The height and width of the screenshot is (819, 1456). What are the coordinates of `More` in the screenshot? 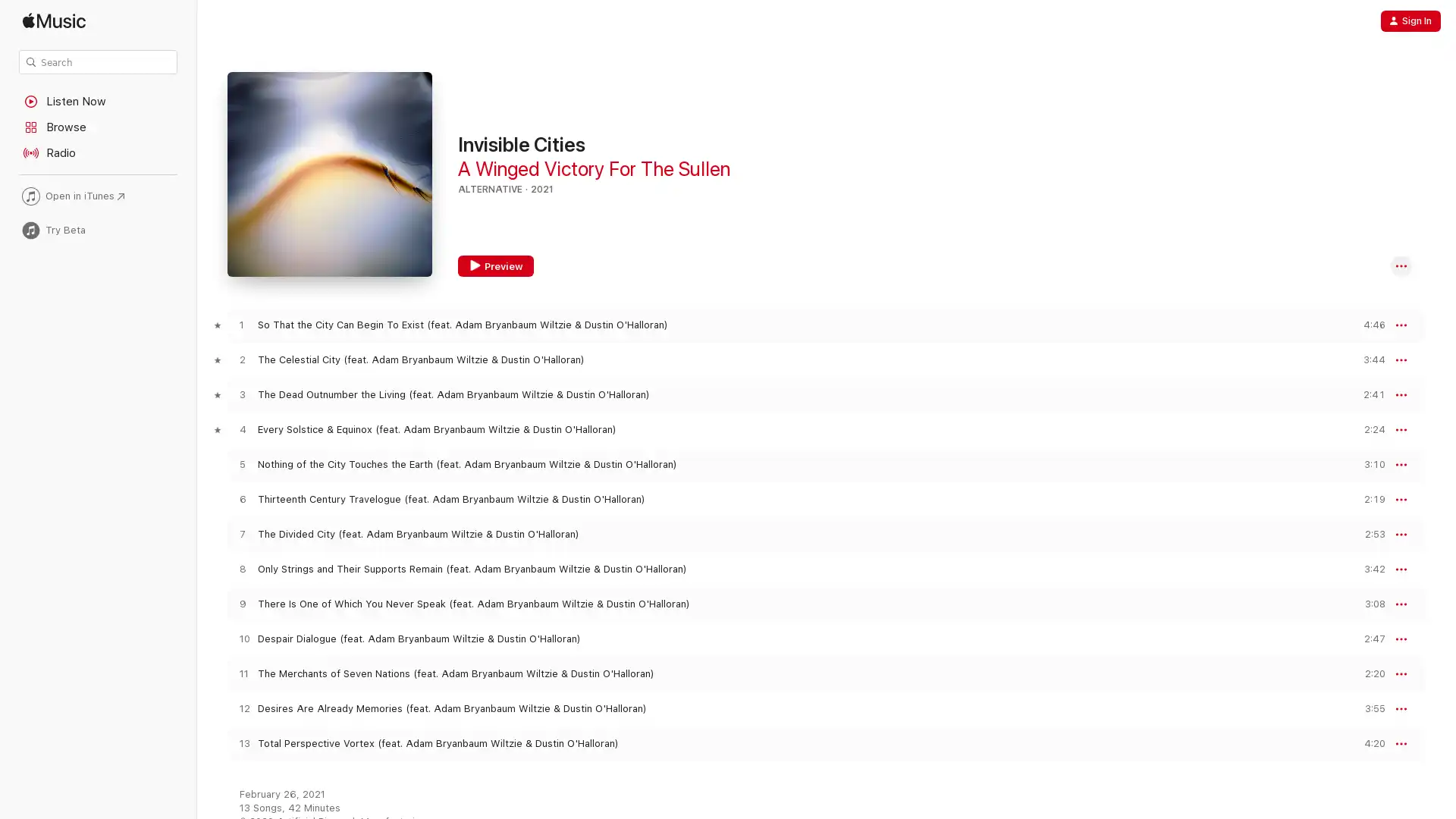 It's located at (1401, 673).